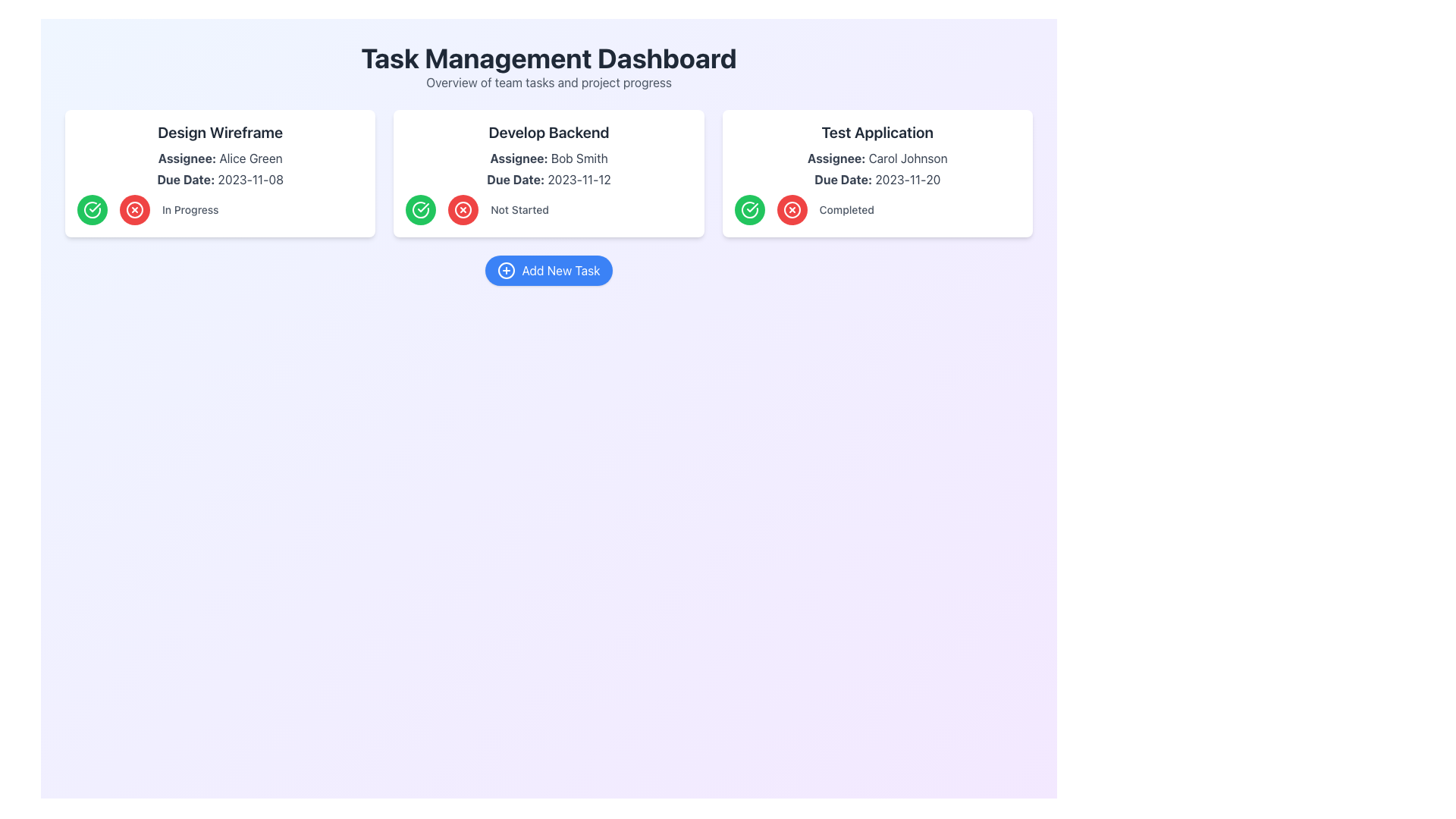 This screenshot has height=819, width=1456. I want to click on the Icon (SVG) located within the 'Add New Task' button, so click(507, 270).